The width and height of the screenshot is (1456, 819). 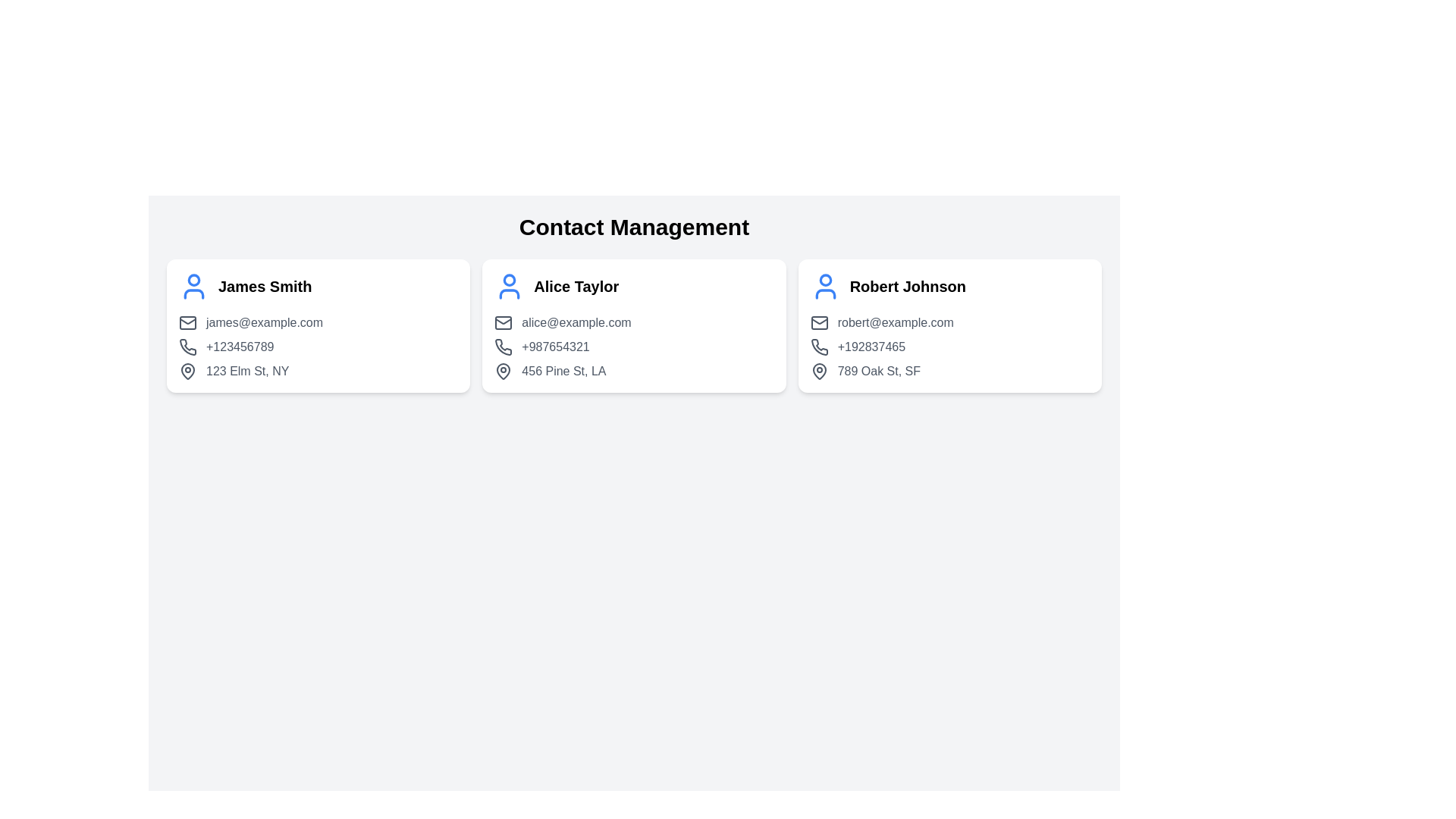 I want to click on the central SVG circle in the contact avatar for 'Alice Taylor', which is part of the visual representation on the left side of the contact card, so click(x=510, y=280).